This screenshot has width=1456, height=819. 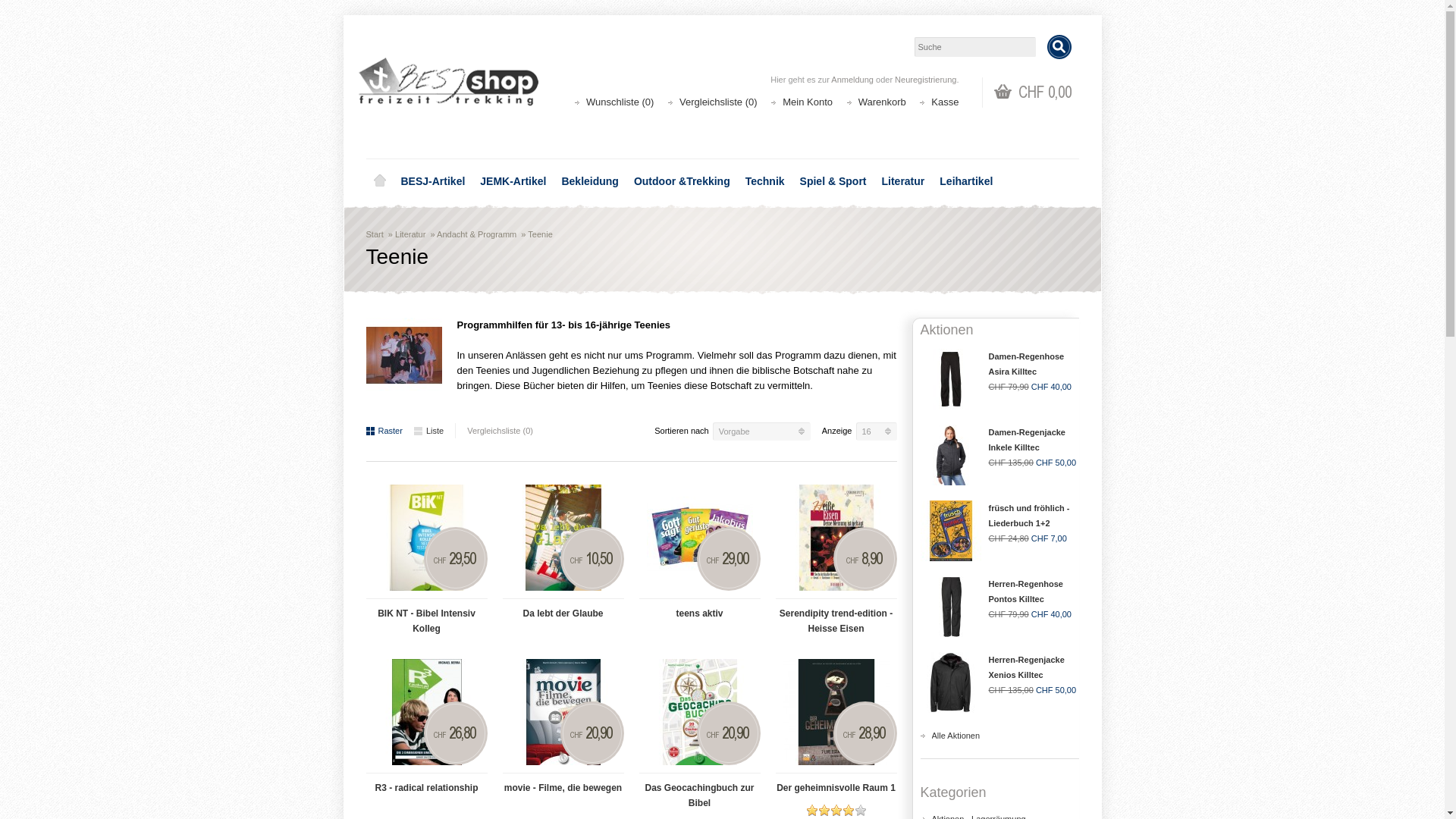 I want to click on 'JEMK-Artikel', so click(x=472, y=180).